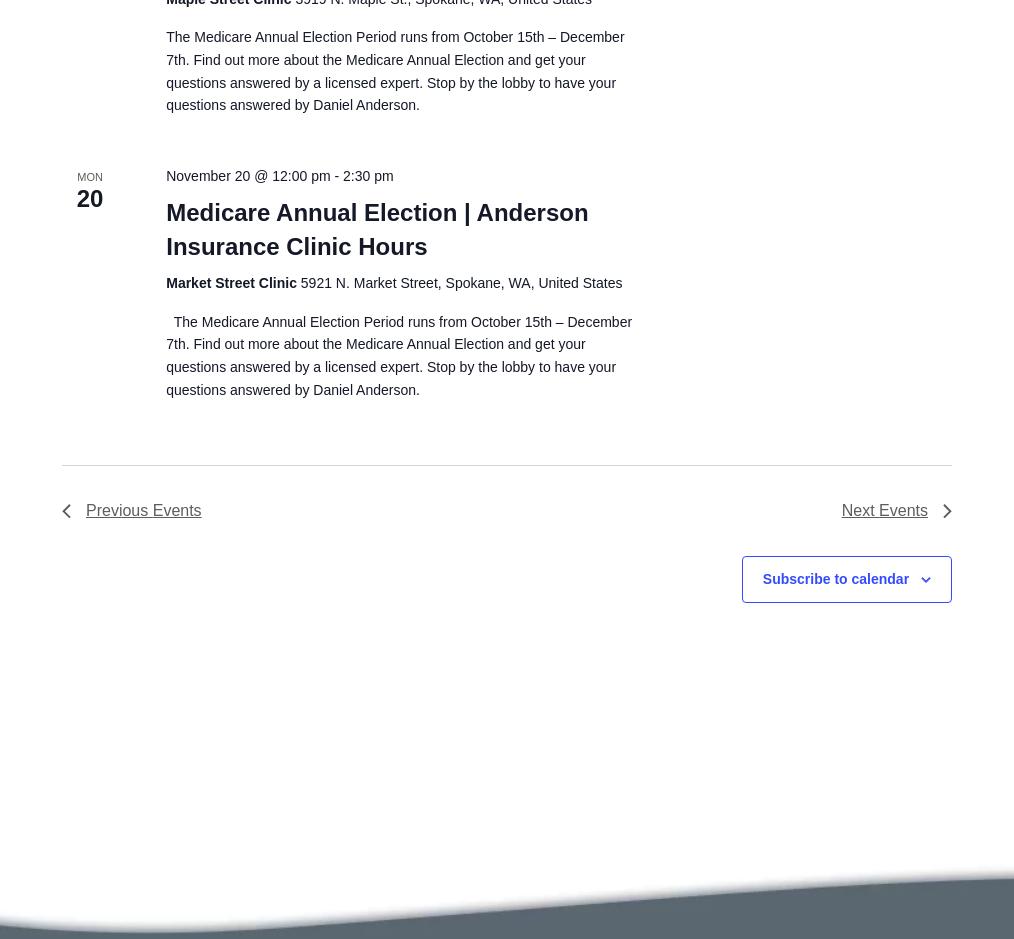  Describe the element at coordinates (232, 280) in the screenshot. I see `'Market Street Clinic'` at that location.